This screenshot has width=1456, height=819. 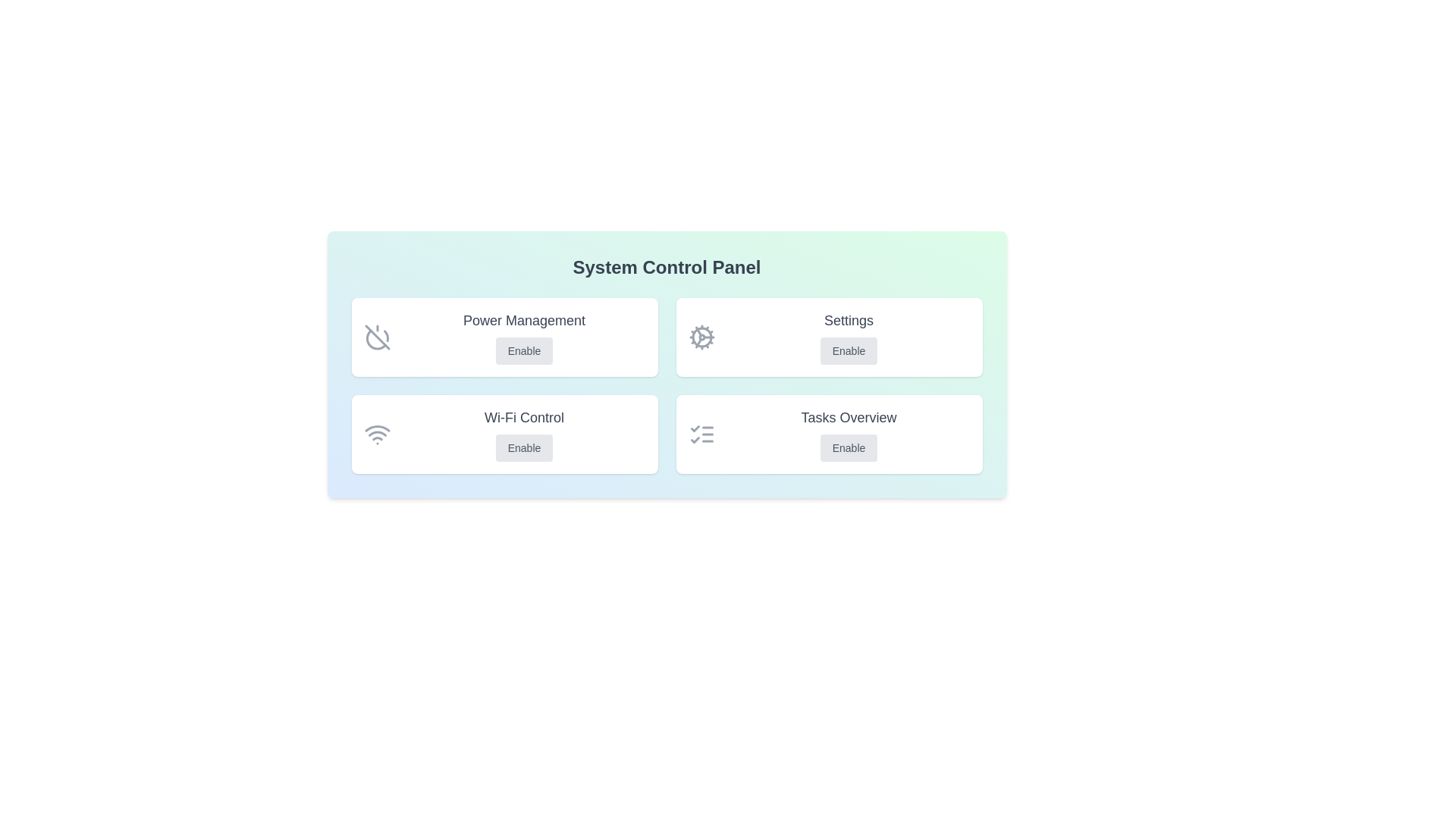 I want to click on the power management icon located in the top left section of the 'Power Management' panel, positioned to the left of the 'Power Management' text and above the 'Enable' button, so click(x=377, y=336).